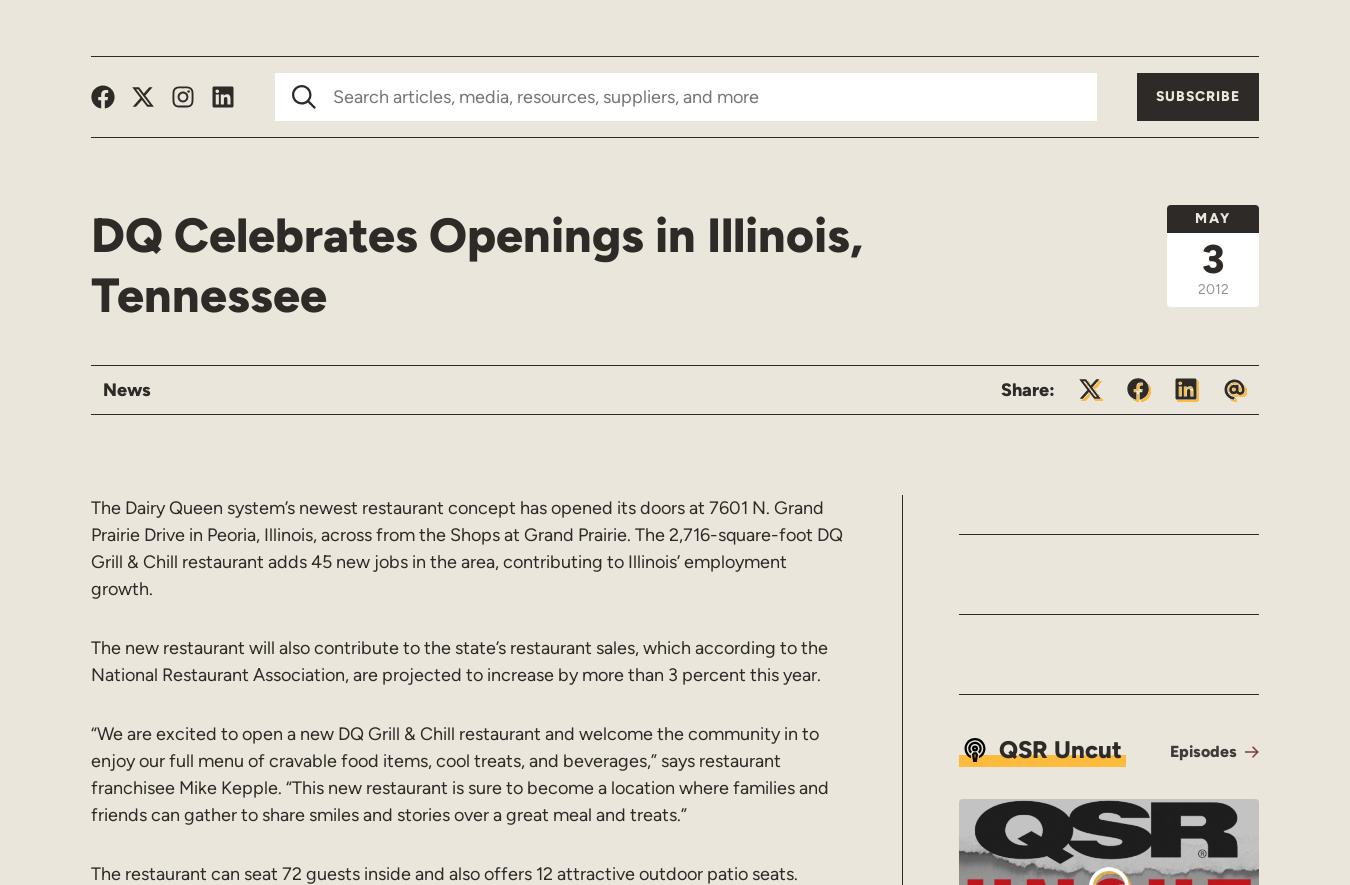  Describe the element at coordinates (1121, 301) in the screenshot. I see `'PrimoHoagies to Host Customer Appreciation Day on November 14'` at that location.